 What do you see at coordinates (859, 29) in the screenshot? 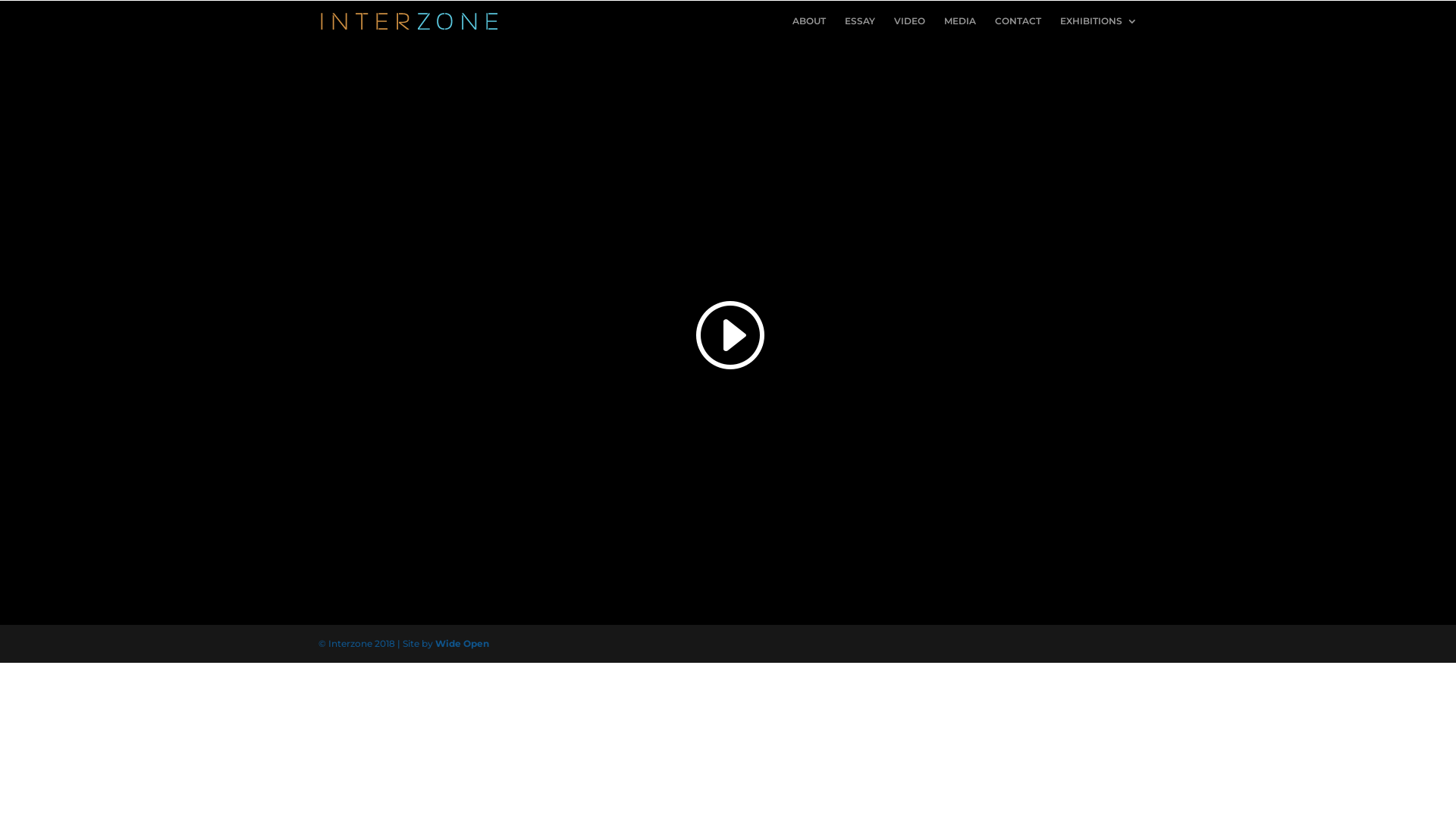
I see `'ESSAY'` at bounding box center [859, 29].